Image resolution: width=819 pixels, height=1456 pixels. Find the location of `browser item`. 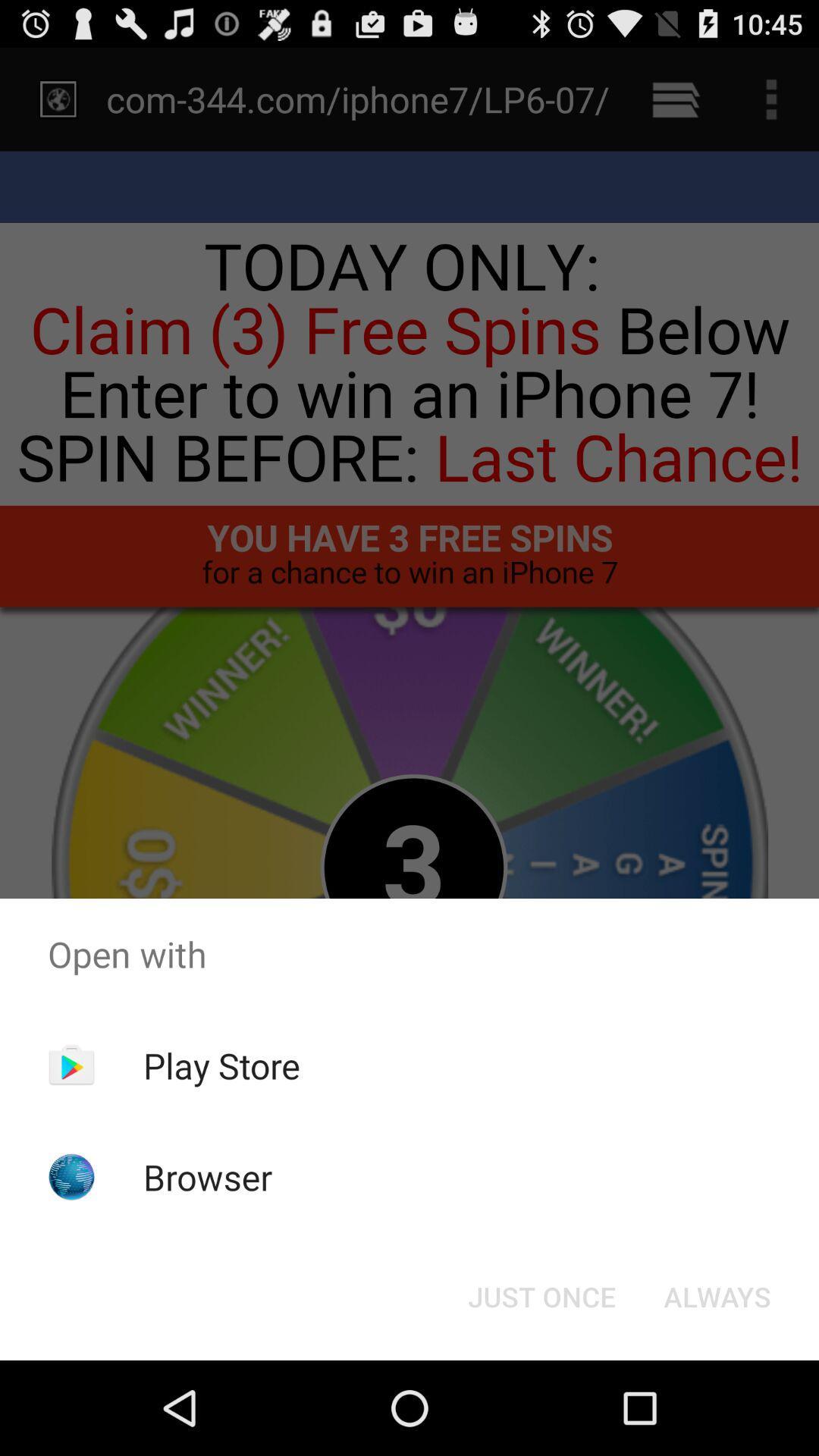

browser item is located at coordinates (208, 1176).